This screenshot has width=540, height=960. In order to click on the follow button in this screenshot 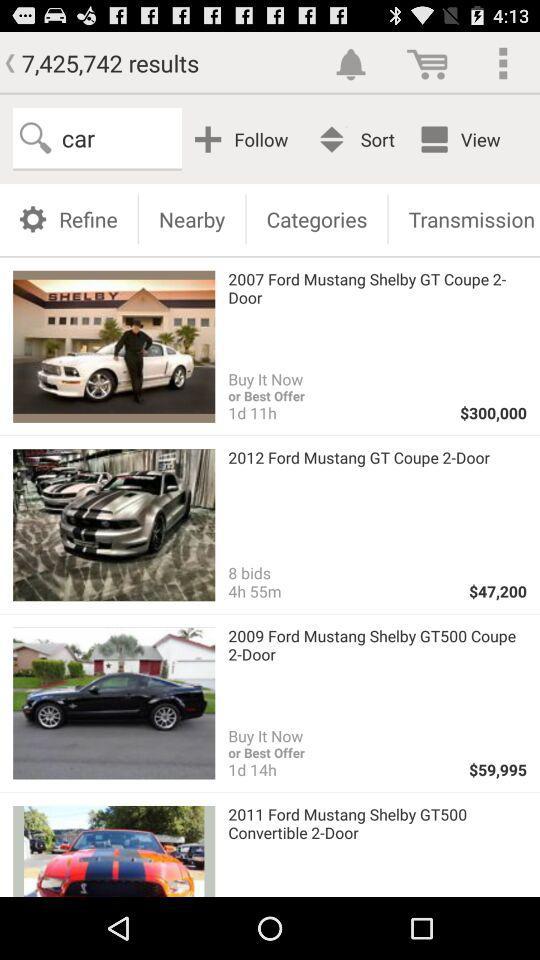, I will do `click(244, 138)`.